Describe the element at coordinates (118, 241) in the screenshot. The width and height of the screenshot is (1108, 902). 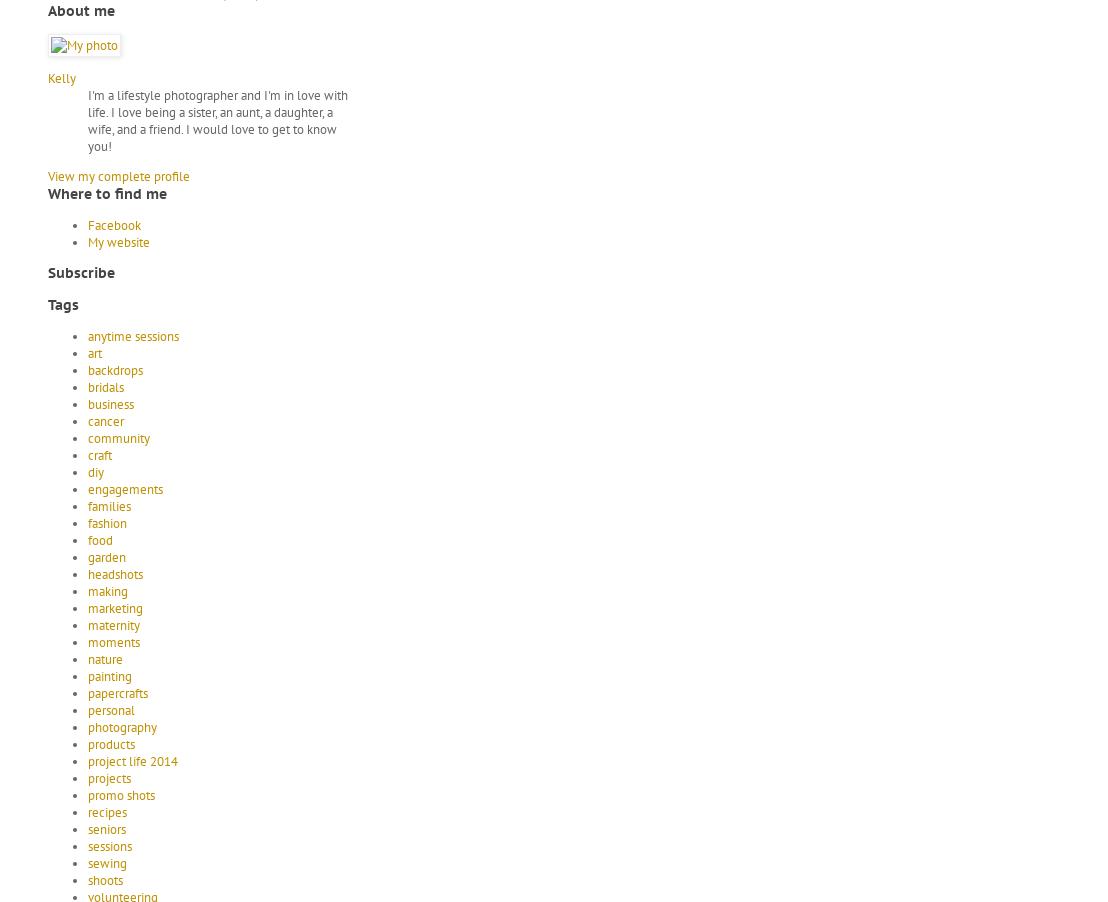
I see `'My website'` at that location.